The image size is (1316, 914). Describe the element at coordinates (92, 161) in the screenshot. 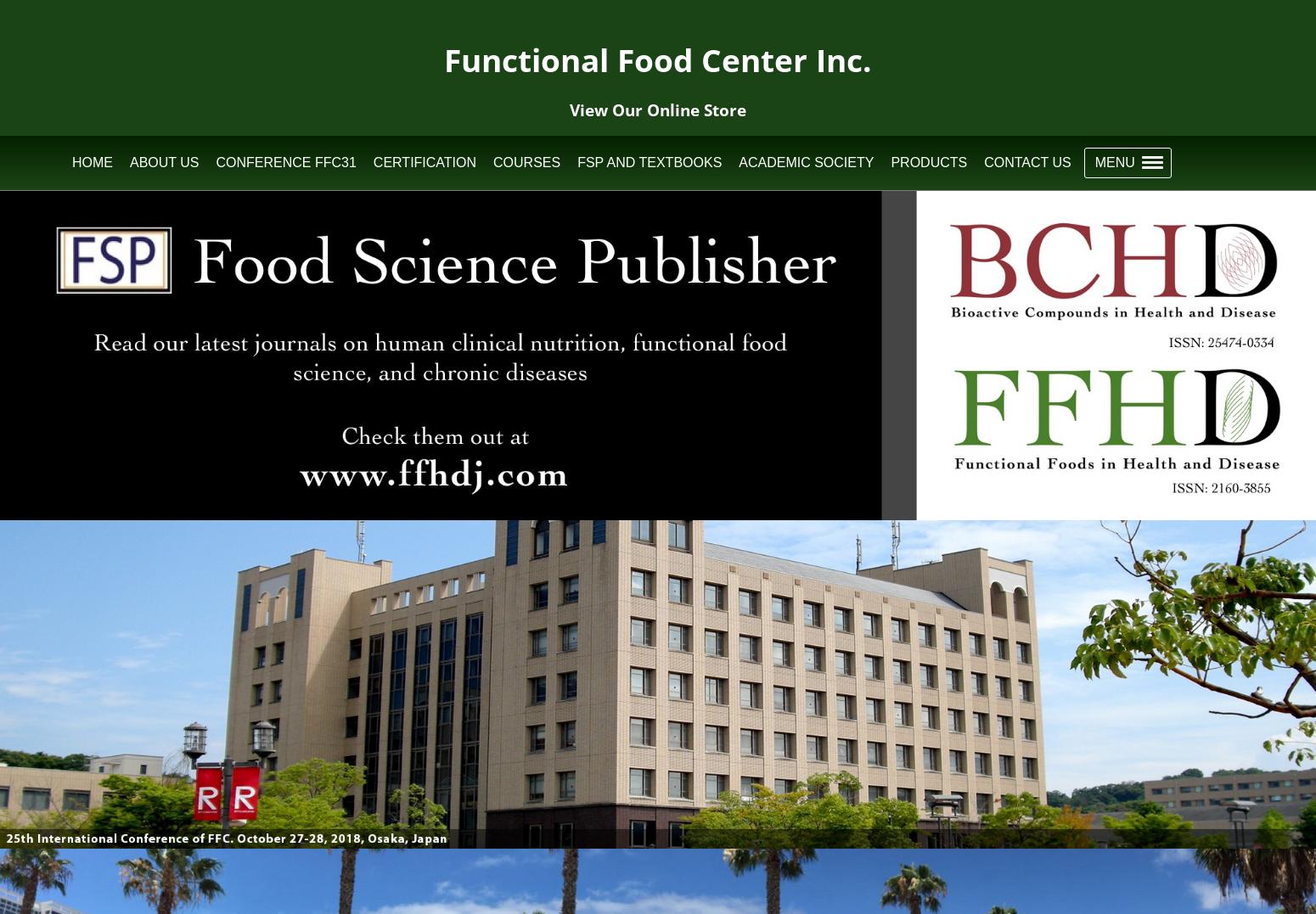

I see `'Home'` at that location.